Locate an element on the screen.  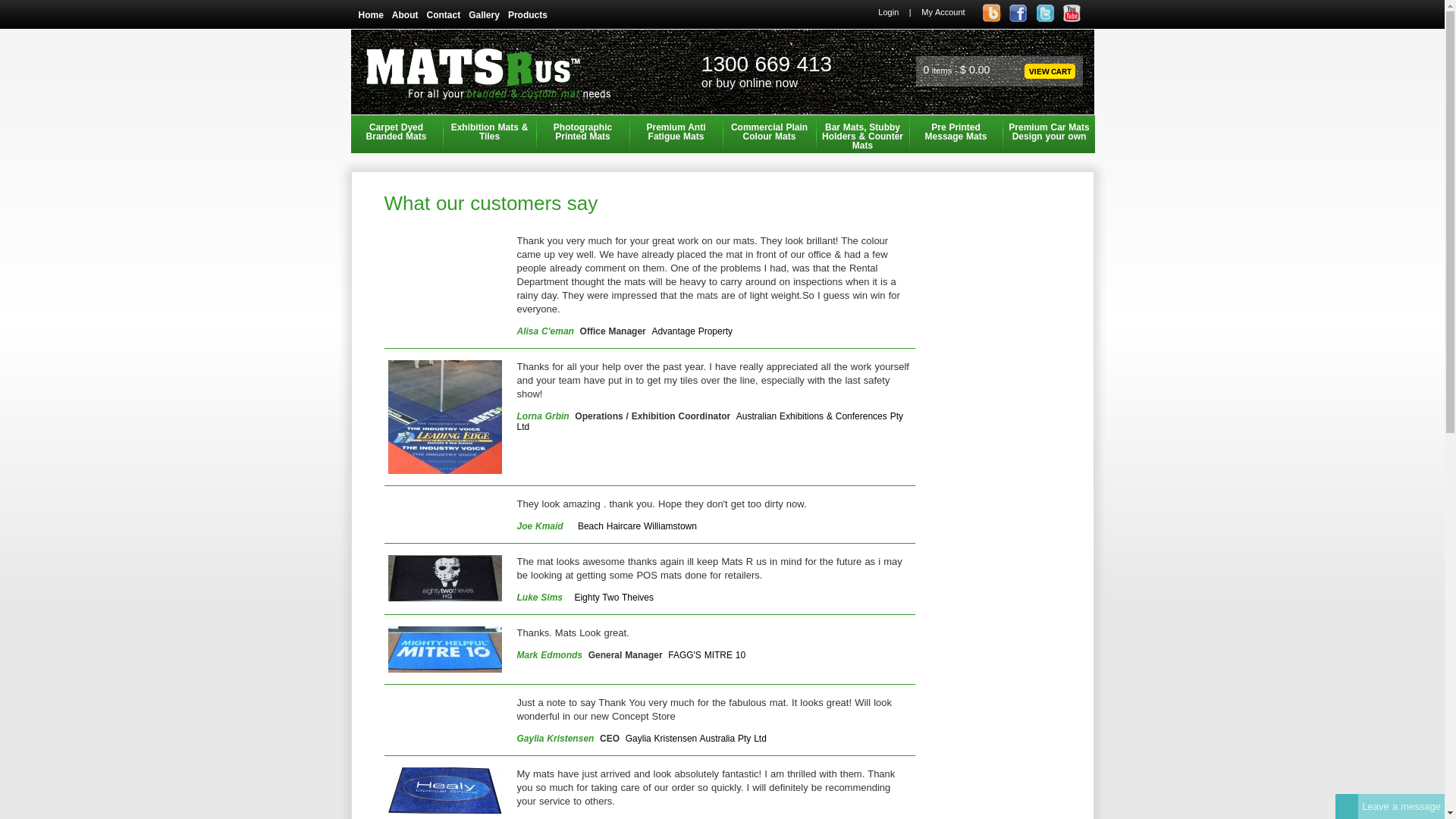
'About' is located at coordinates (409, 14).